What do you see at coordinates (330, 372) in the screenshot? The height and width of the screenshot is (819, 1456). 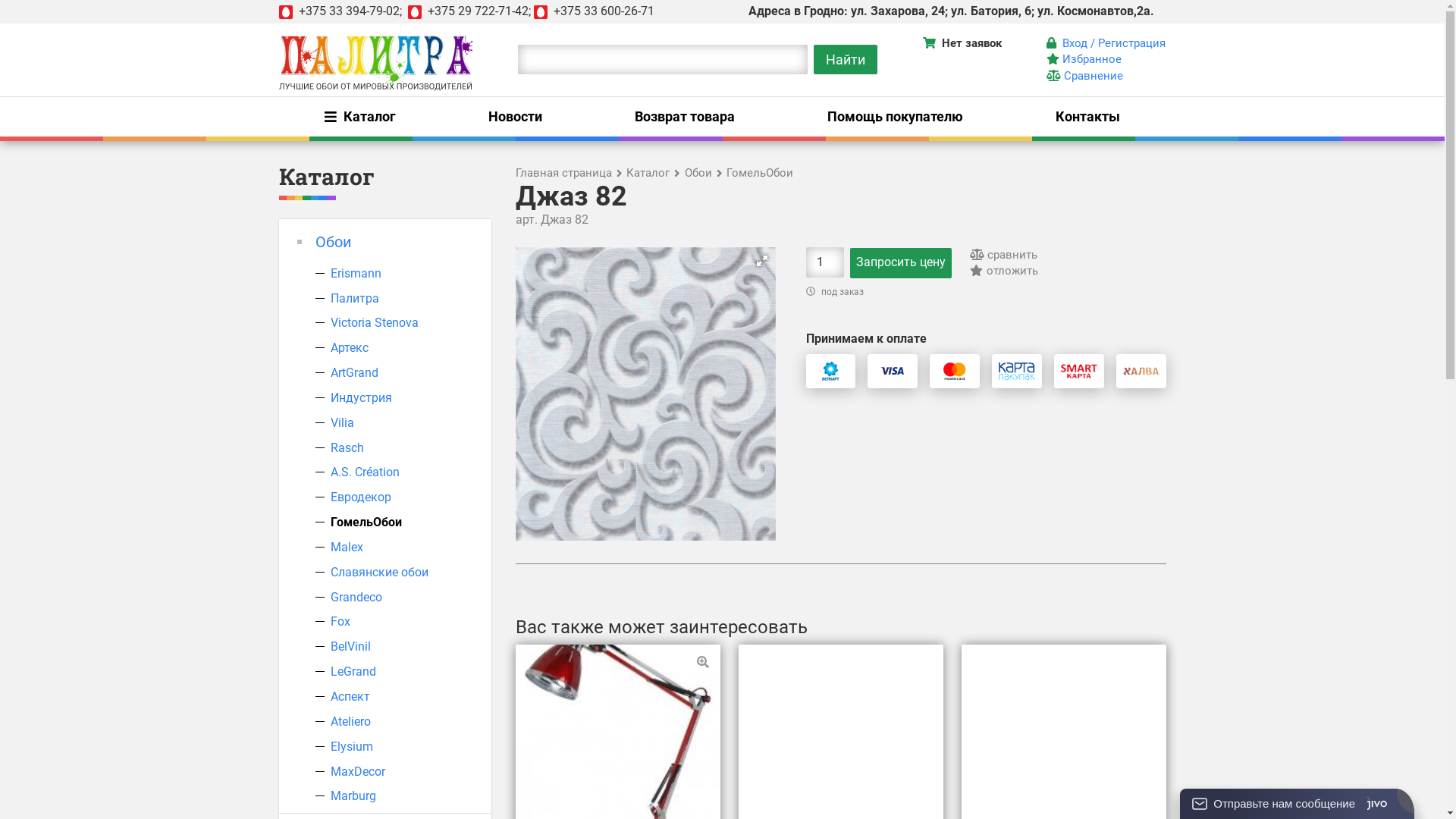 I see `'ArtGrand'` at bounding box center [330, 372].